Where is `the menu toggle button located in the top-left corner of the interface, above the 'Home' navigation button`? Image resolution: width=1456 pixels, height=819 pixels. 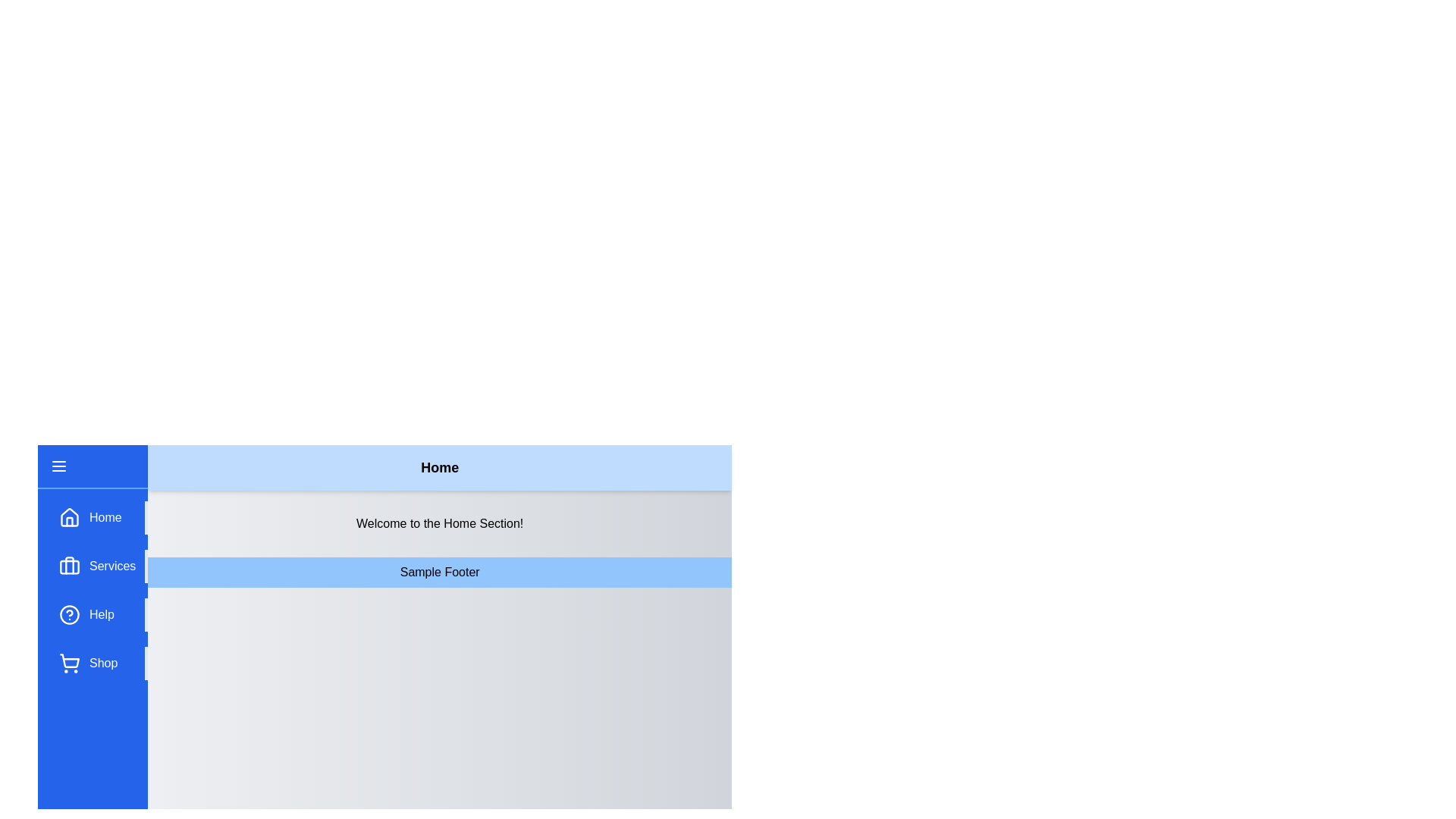 the menu toggle button located in the top-left corner of the interface, above the 'Home' navigation button is located at coordinates (58, 465).